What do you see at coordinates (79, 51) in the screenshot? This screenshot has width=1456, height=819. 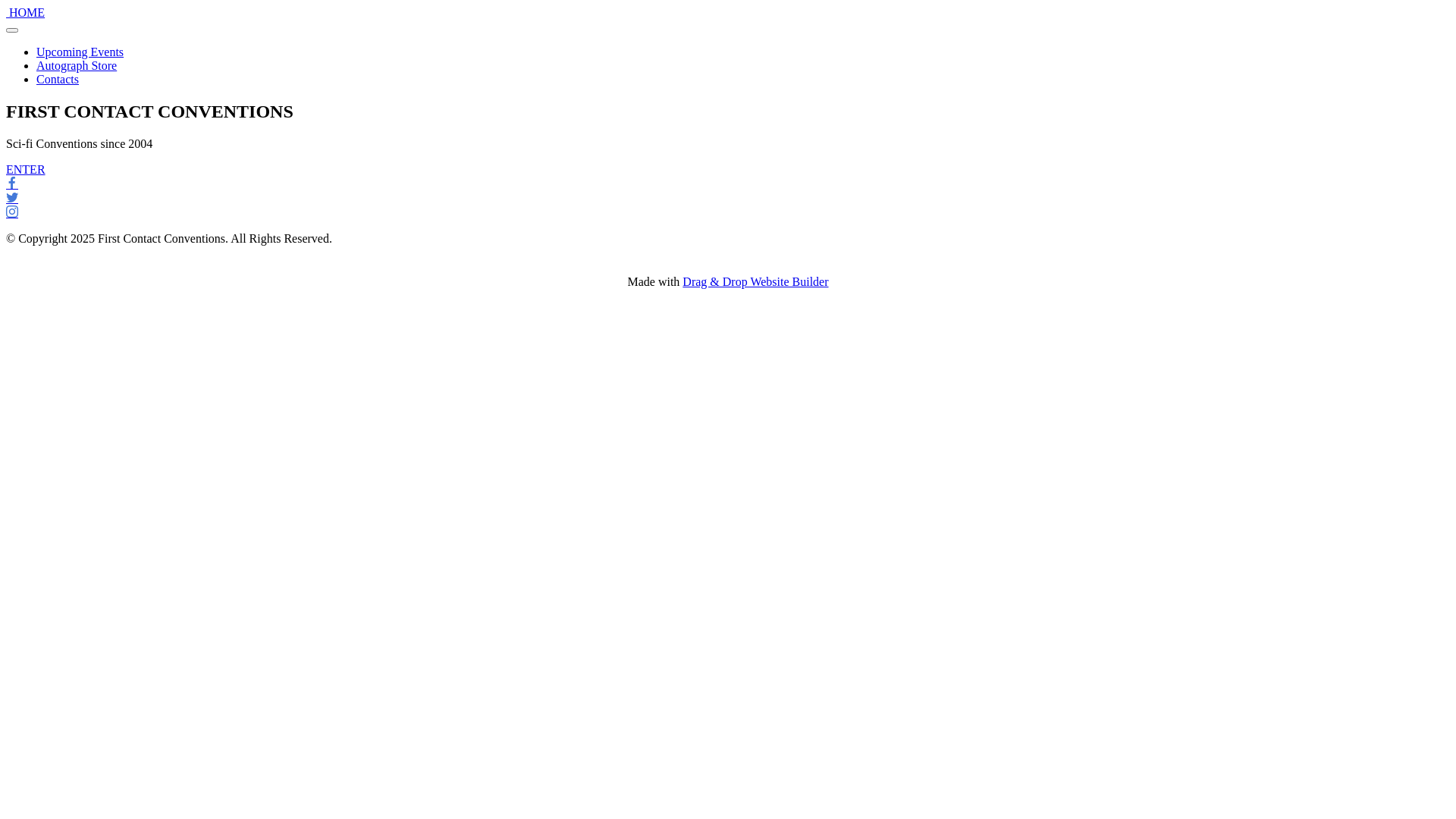 I see `'Upcoming Events'` at bounding box center [79, 51].